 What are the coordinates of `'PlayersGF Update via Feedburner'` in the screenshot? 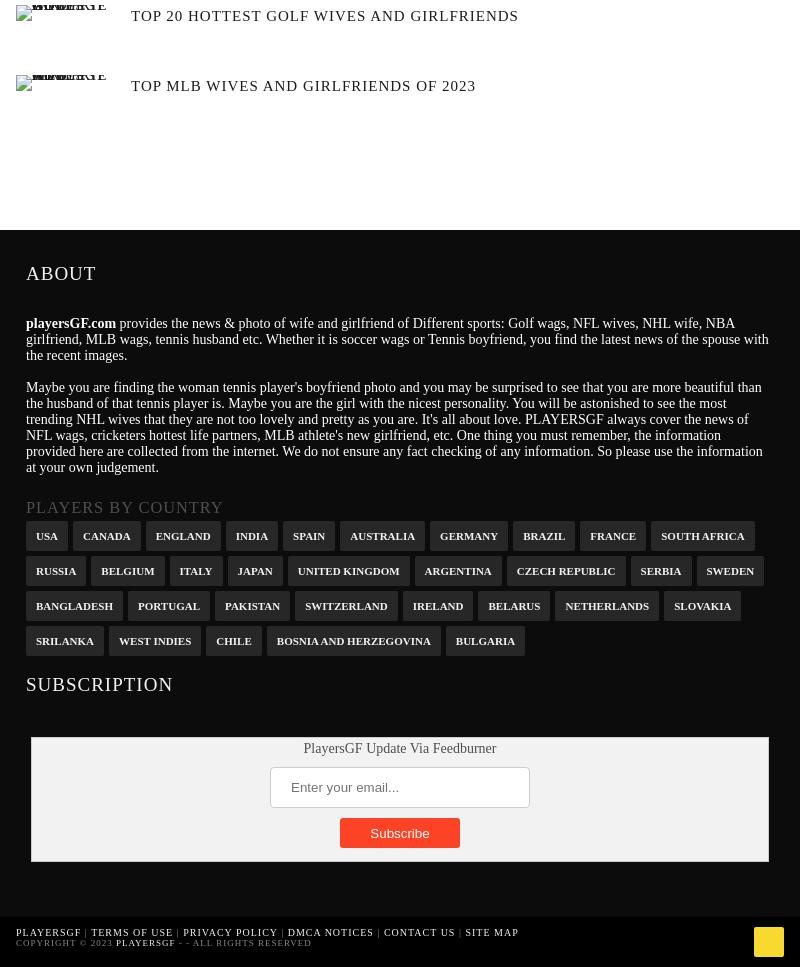 It's located at (398, 748).